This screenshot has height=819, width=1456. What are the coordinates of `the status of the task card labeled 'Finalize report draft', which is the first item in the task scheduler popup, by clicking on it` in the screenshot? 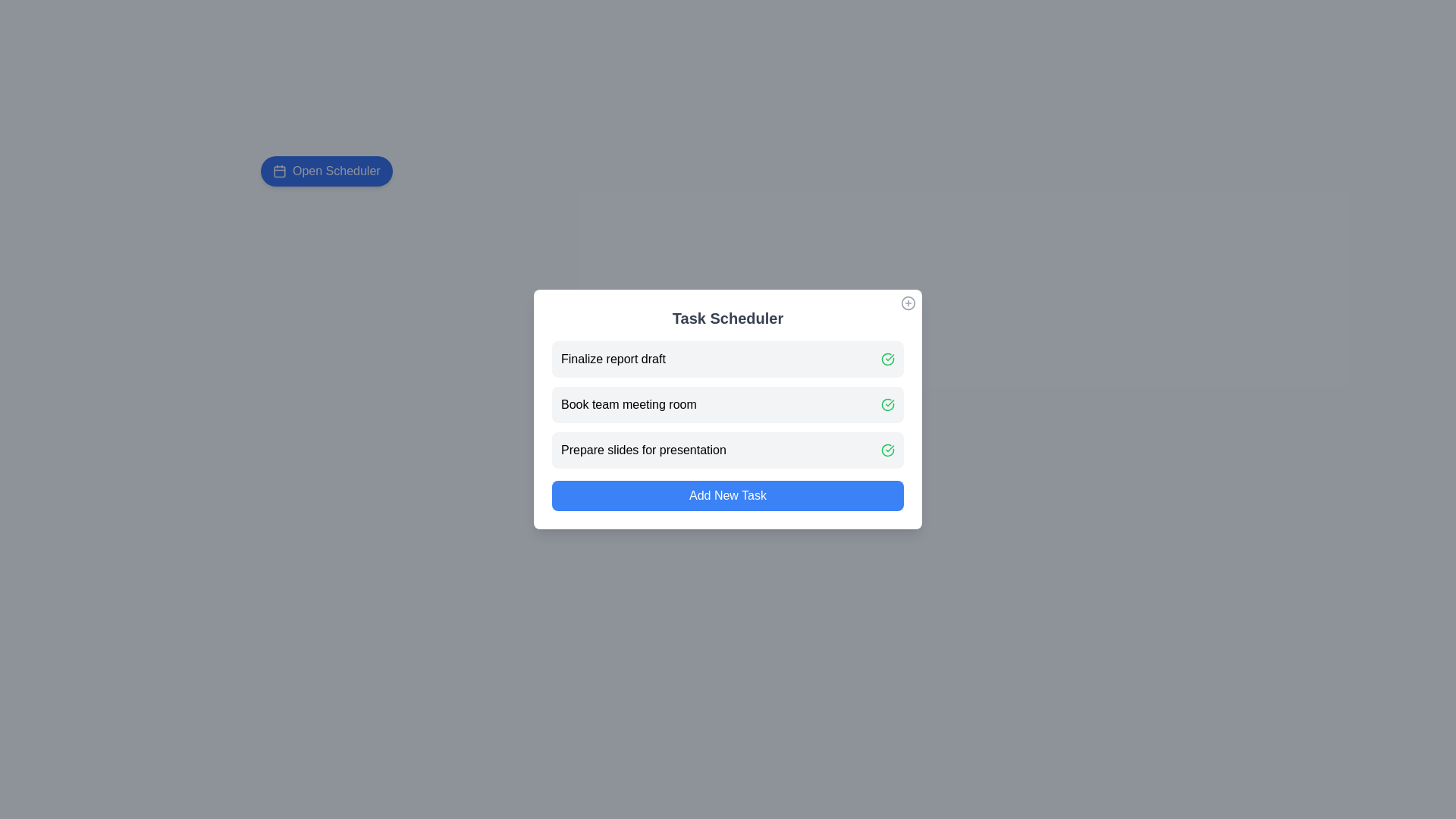 It's located at (728, 359).